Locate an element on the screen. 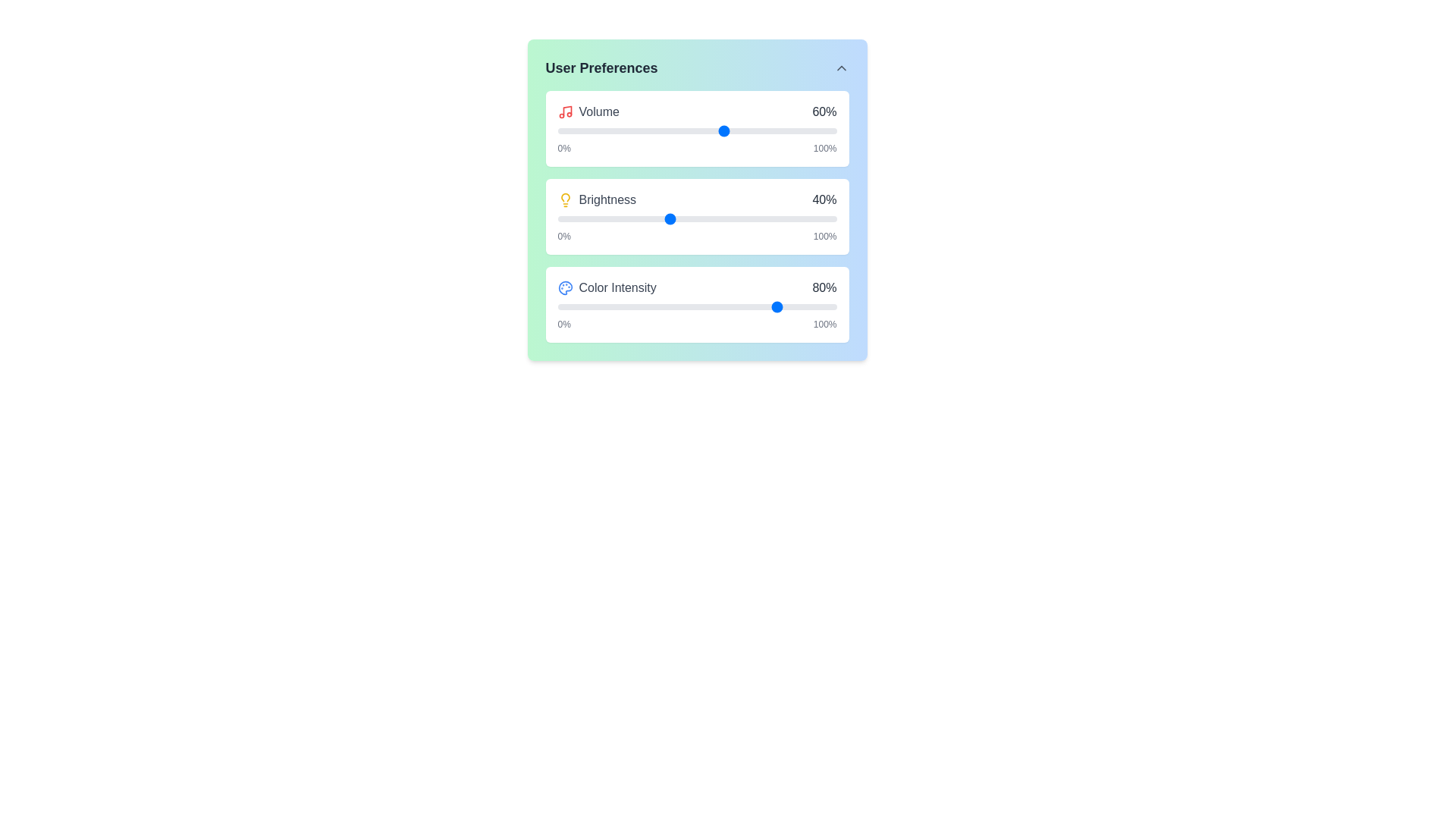 This screenshot has width=1456, height=819. the graphical icon resembling a palette located in the 'Color Intensity' setting within the 'User Preferences' panel is located at coordinates (564, 288).